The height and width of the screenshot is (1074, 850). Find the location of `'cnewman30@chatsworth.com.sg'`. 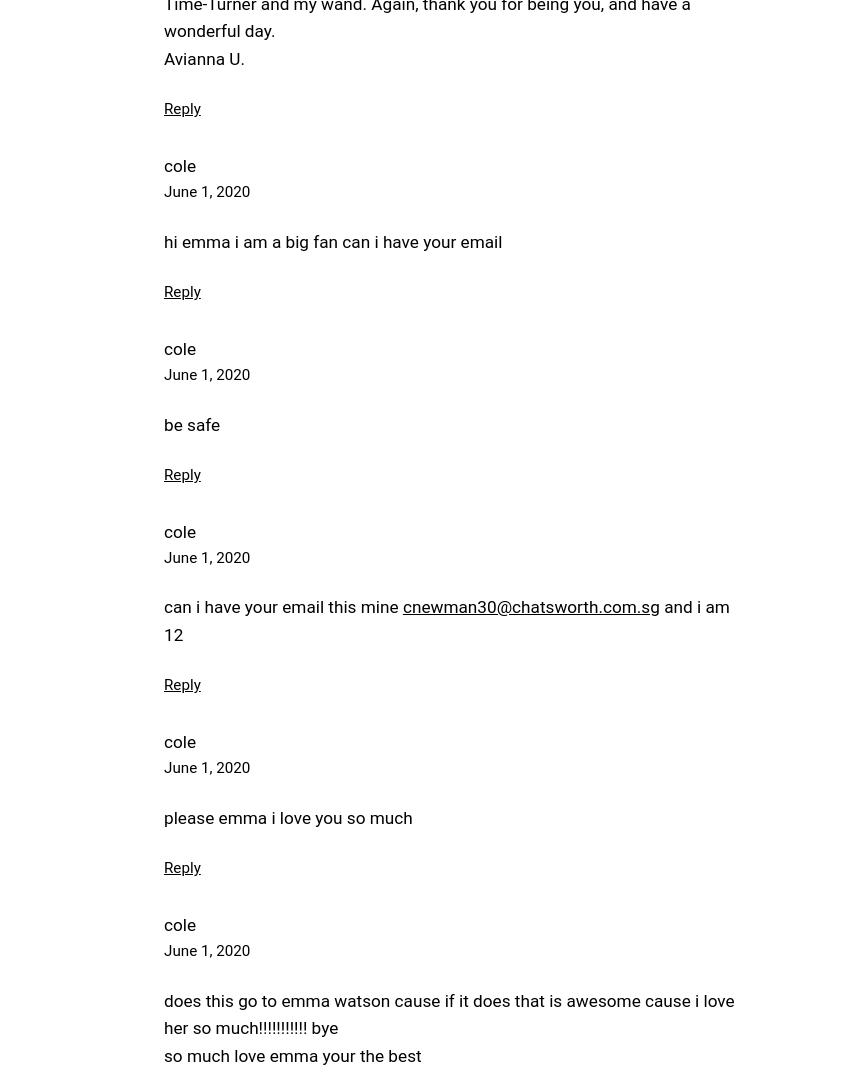

'cnewman30@chatsworth.com.sg' is located at coordinates (529, 607).